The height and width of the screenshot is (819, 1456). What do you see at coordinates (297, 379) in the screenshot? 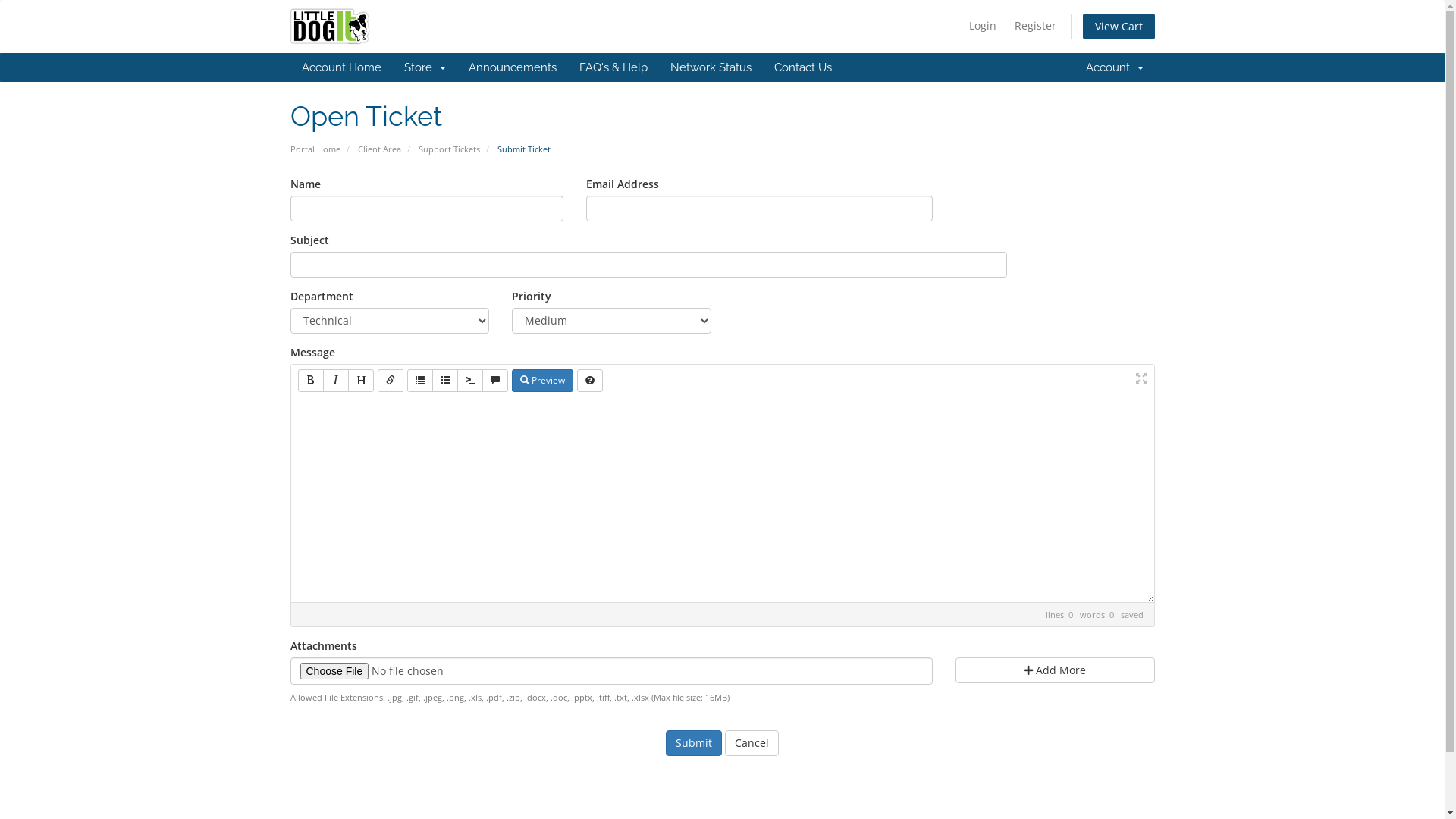
I see `'Bold'` at bounding box center [297, 379].